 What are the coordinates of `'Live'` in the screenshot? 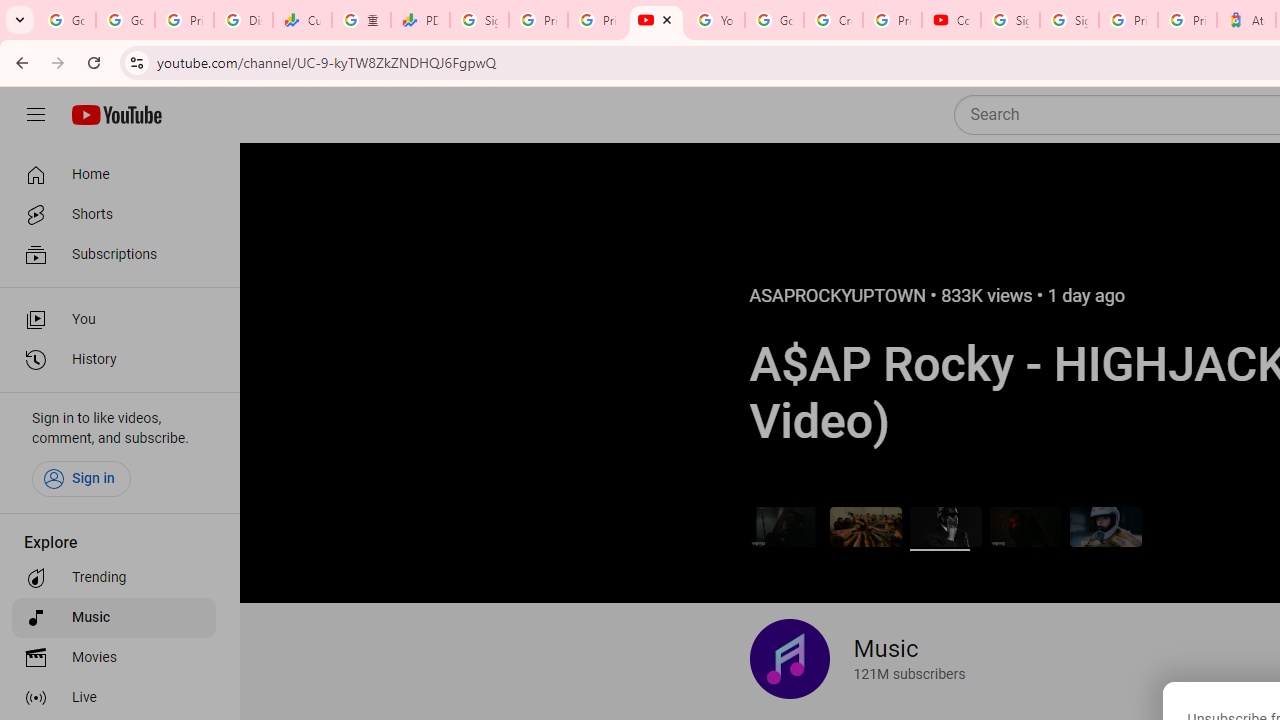 It's located at (112, 697).